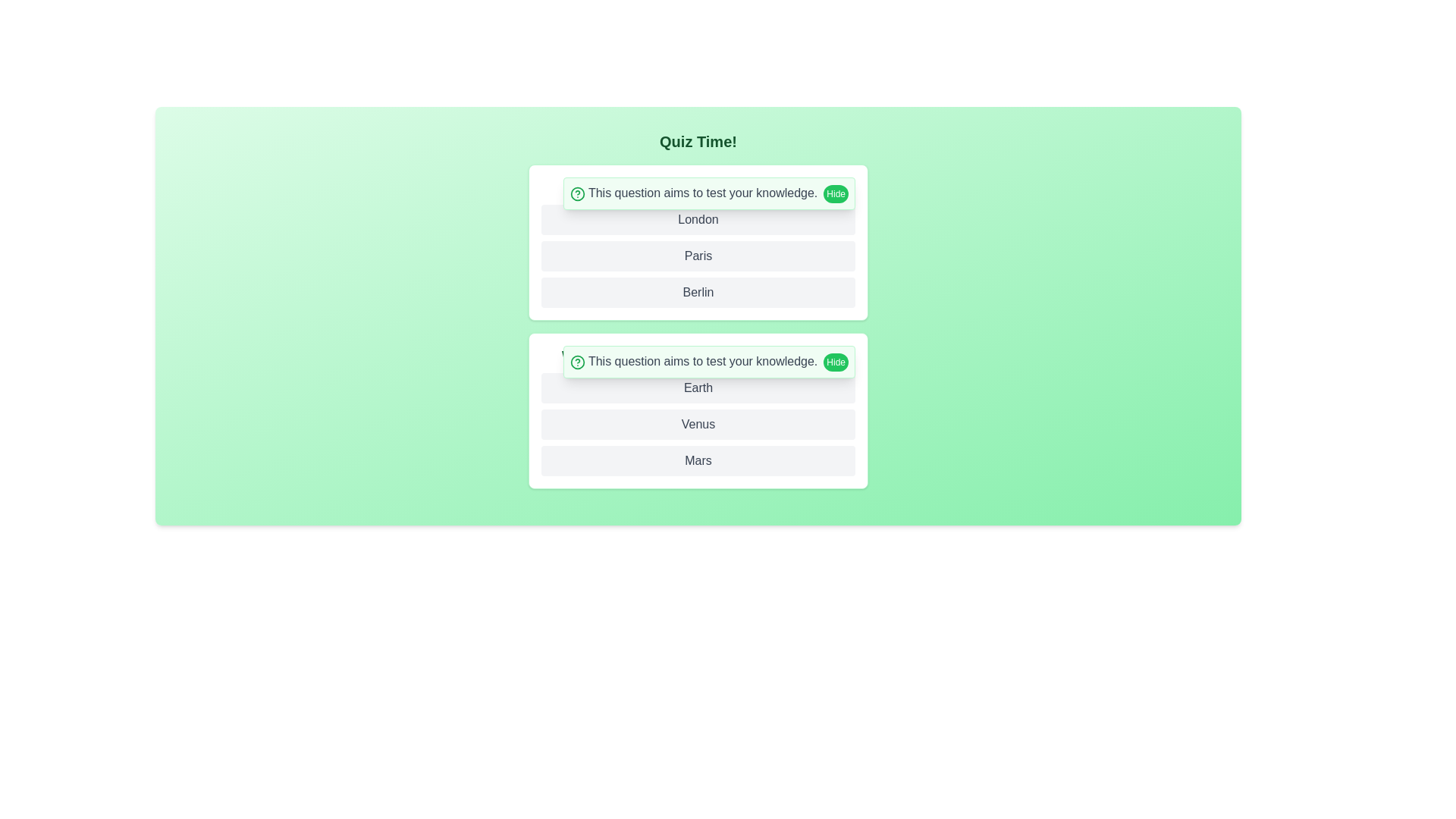 This screenshot has width=1456, height=819. Describe the element at coordinates (576, 362) in the screenshot. I see `the circular icon with a green outline and a '?' symbol in its center` at that location.